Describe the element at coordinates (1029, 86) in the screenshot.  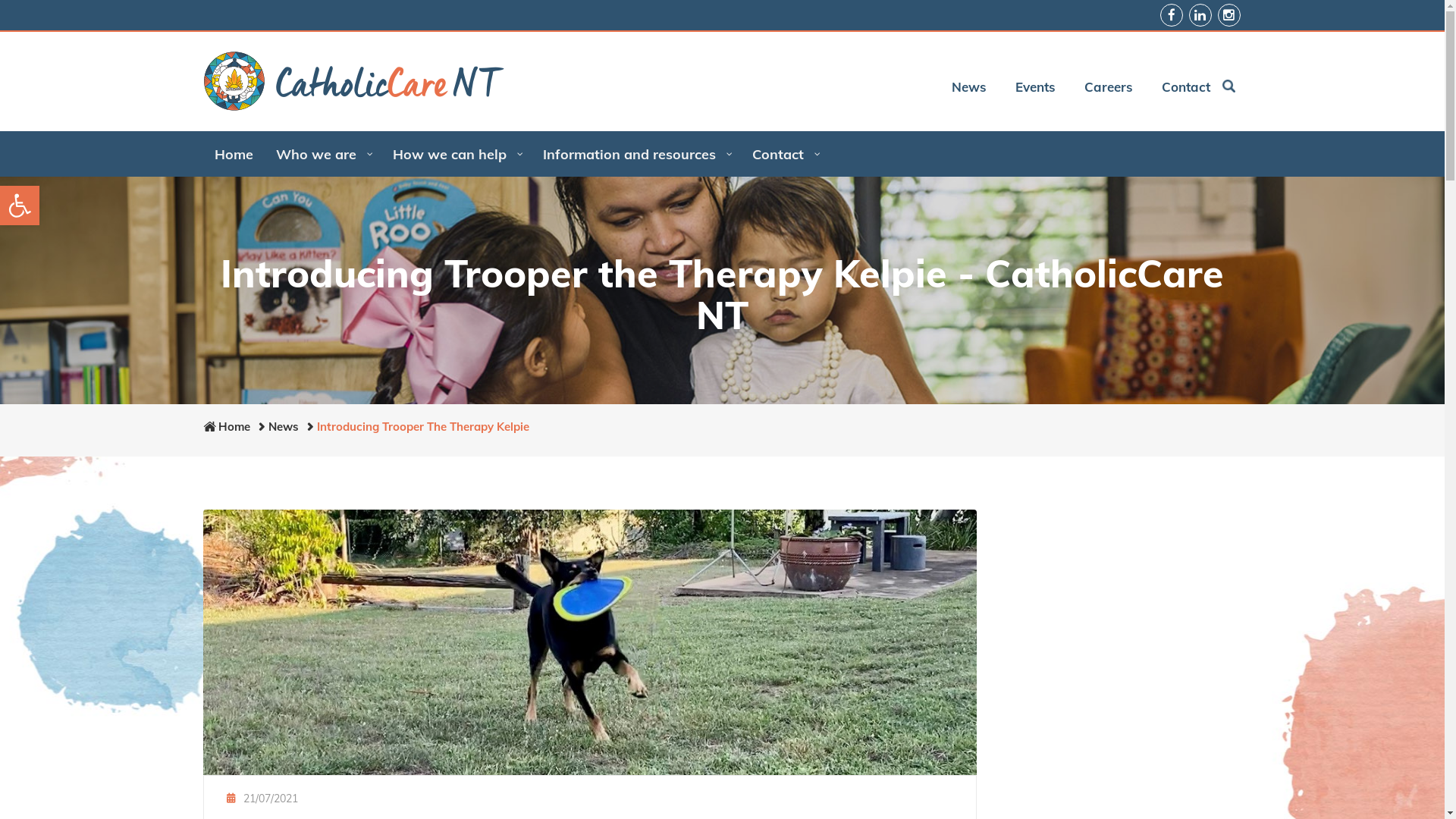
I see `'Events'` at that location.